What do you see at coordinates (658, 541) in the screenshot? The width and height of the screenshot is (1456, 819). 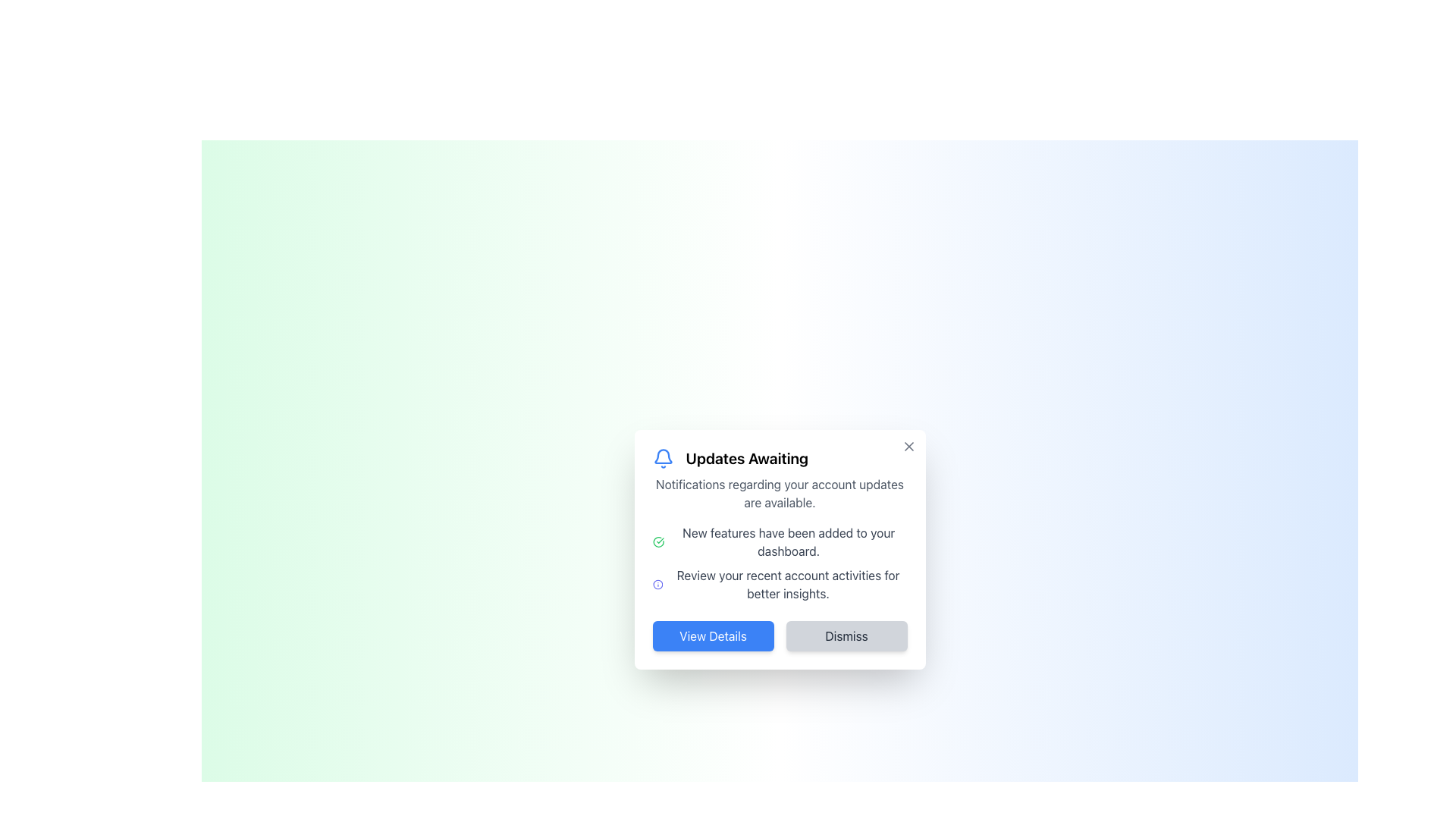 I see `the green circular icon with a check mark, which is located to the left of the text 'New features have been added to your dashboard.'` at bounding box center [658, 541].